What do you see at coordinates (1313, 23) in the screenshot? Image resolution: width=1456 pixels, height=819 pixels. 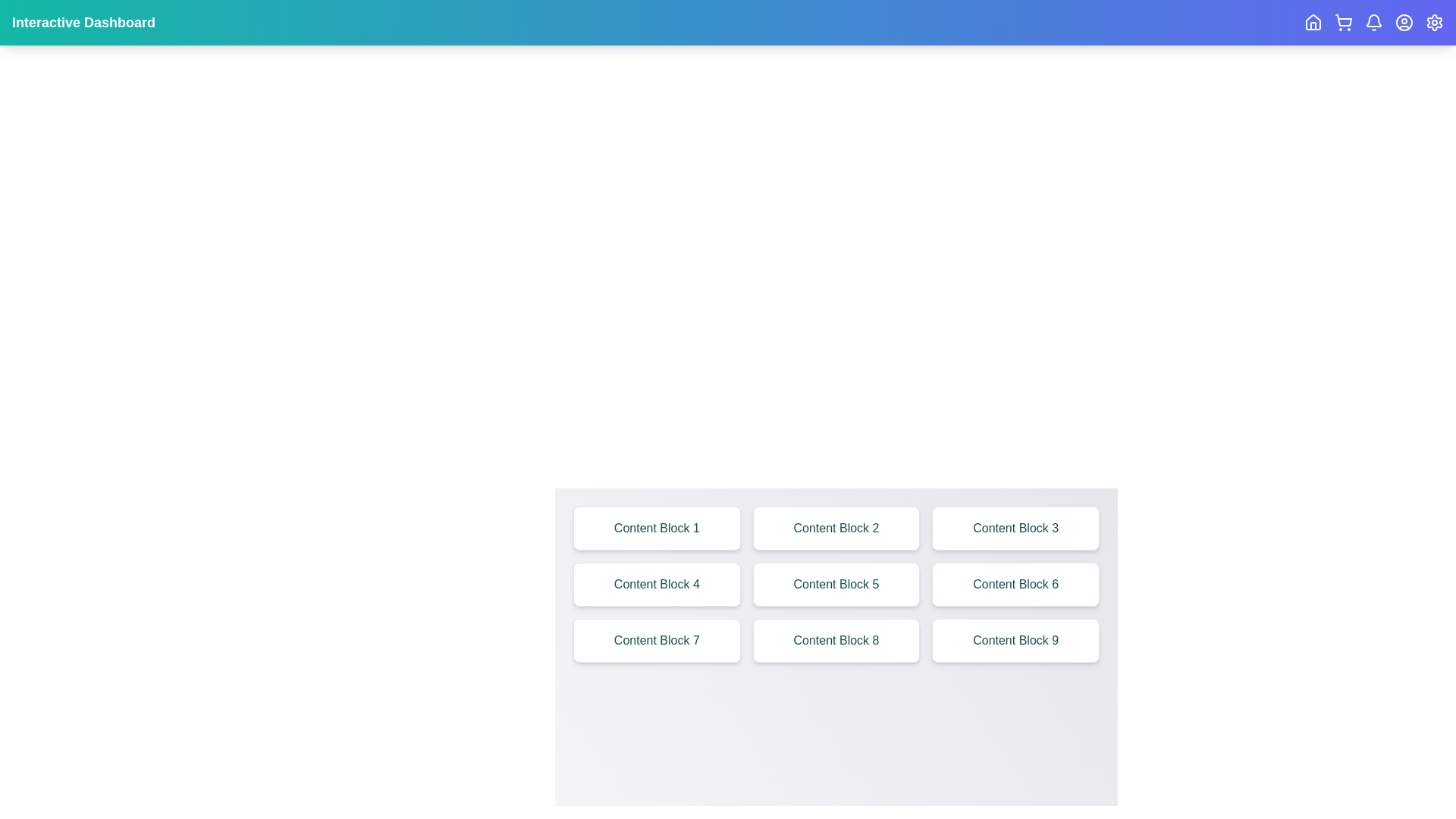 I see `the interactive icon corresponding to Home` at bounding box center [1313, 23].